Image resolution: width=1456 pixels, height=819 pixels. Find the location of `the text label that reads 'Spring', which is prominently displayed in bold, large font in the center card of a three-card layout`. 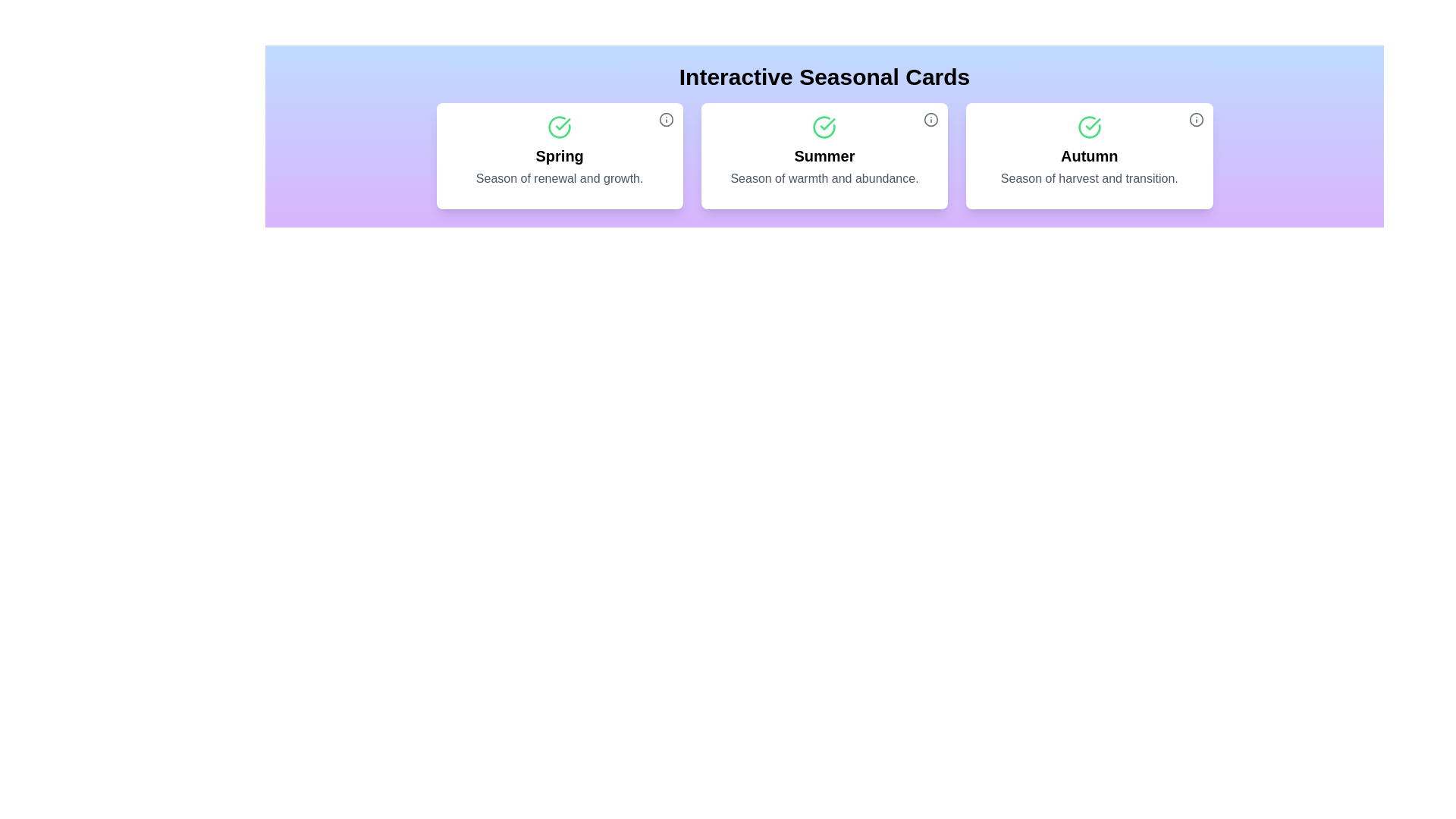

the text label that reads 'Spring', which is prominently displayed in bold, large font in the center card of a three-card layout is located at coordinates (559, 155).